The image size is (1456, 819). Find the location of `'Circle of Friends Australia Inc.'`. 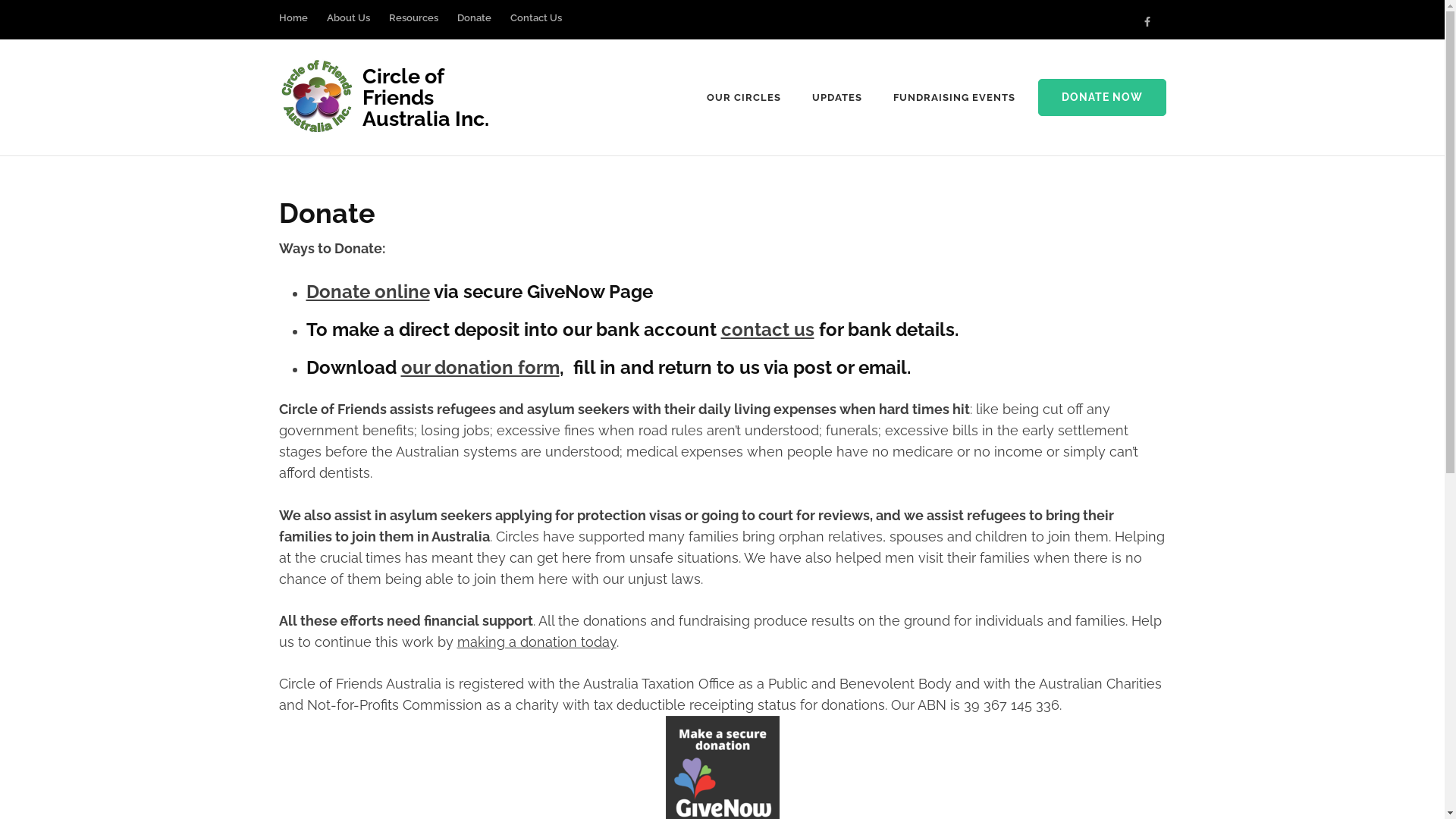

'Circle of Friends Australia Inc.' is located at coordinates (362, 97).